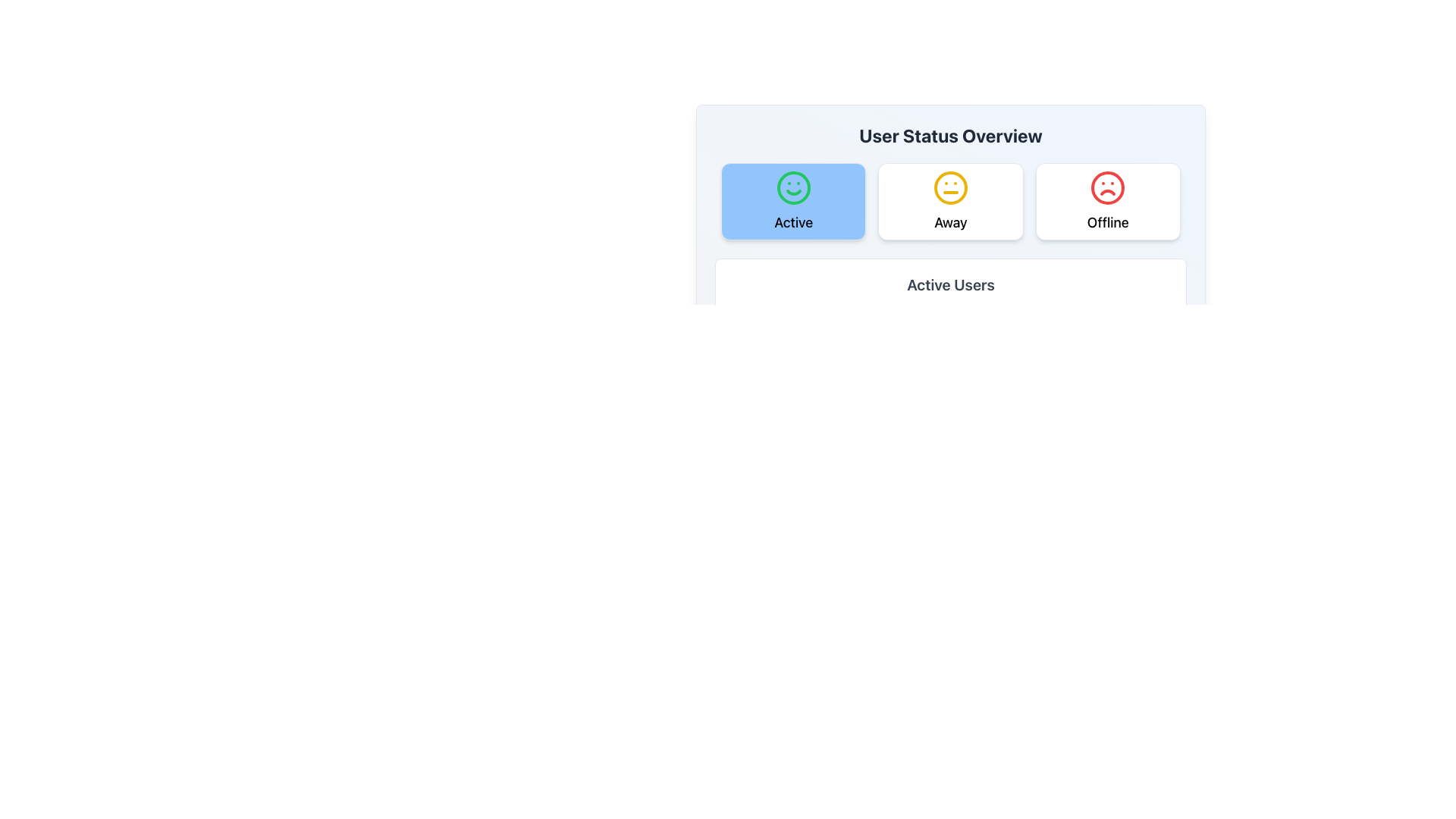  I want to click on the 'Away' status button located between the 'Active' and 'Offline' buttons in the 'User Status Overview' section, so click(949, 201).